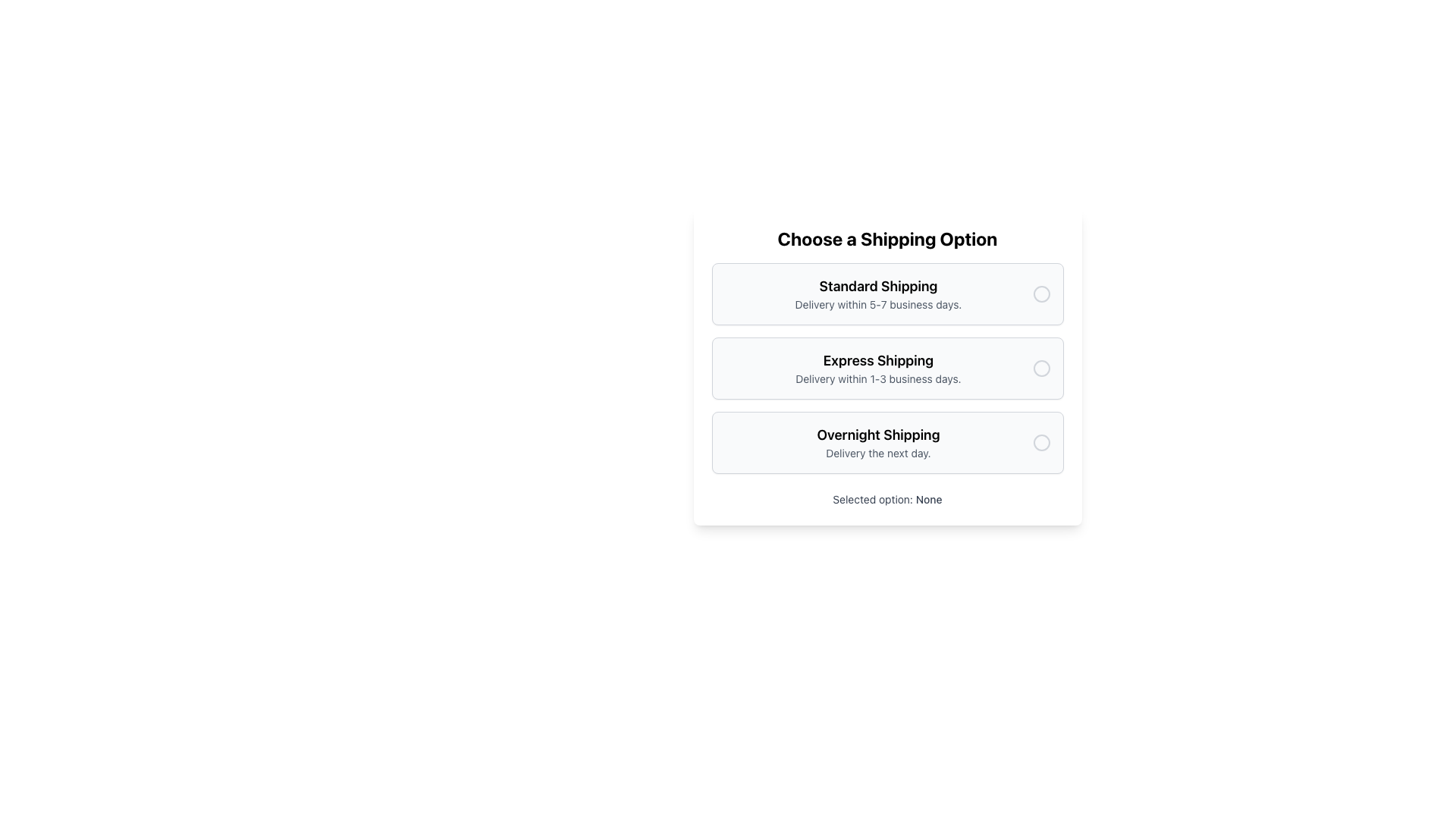 This screenshot has height=819, width=1456. I want to click on the radio button for 'Express Shipping', which is the second option in a vertical list of shipping options, so click(1040, 369).